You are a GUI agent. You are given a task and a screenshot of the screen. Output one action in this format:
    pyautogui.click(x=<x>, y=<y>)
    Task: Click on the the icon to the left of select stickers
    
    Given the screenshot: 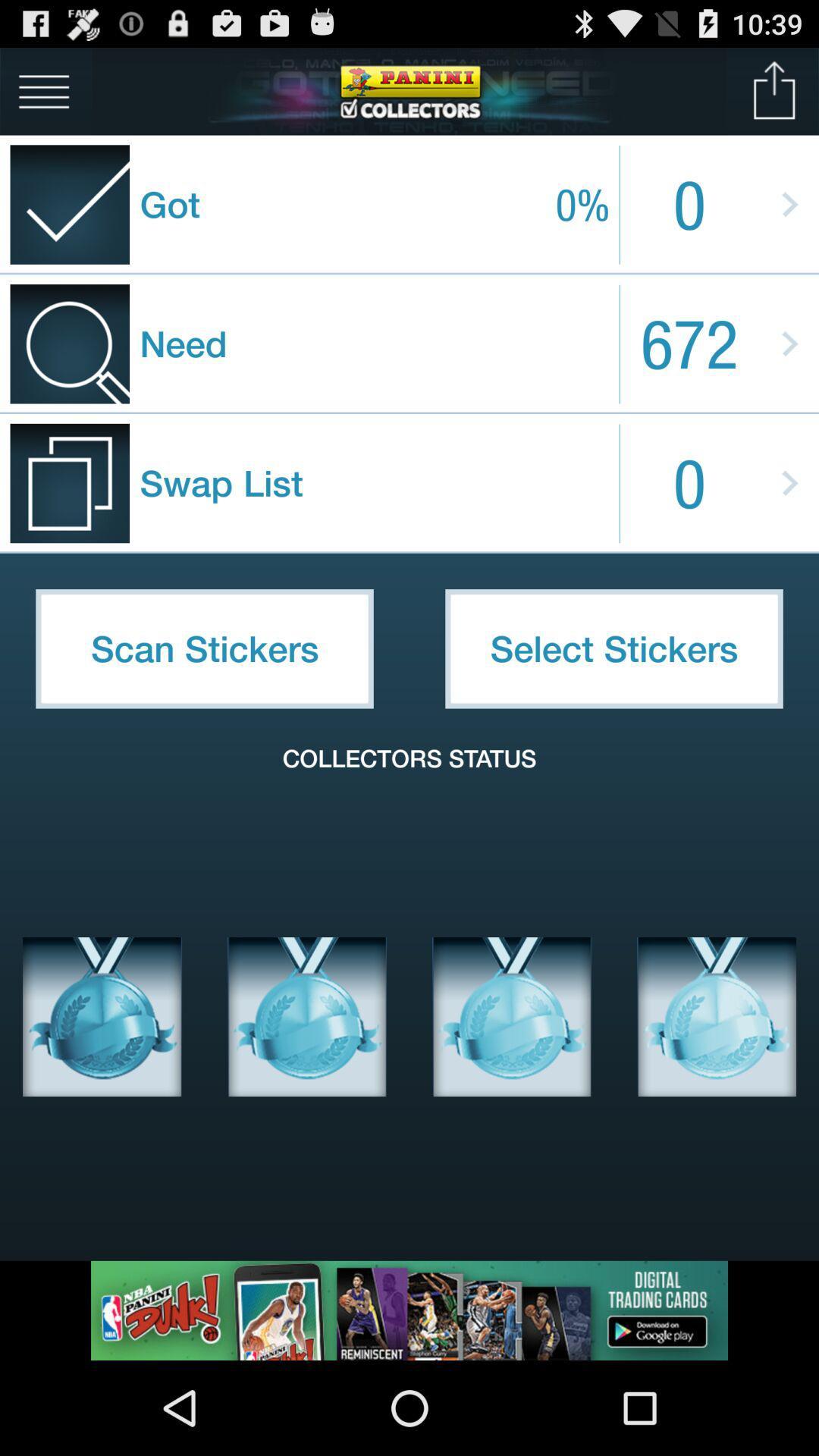 What is the action you would take?
    pyautogui.click(x=205, y=648)
    